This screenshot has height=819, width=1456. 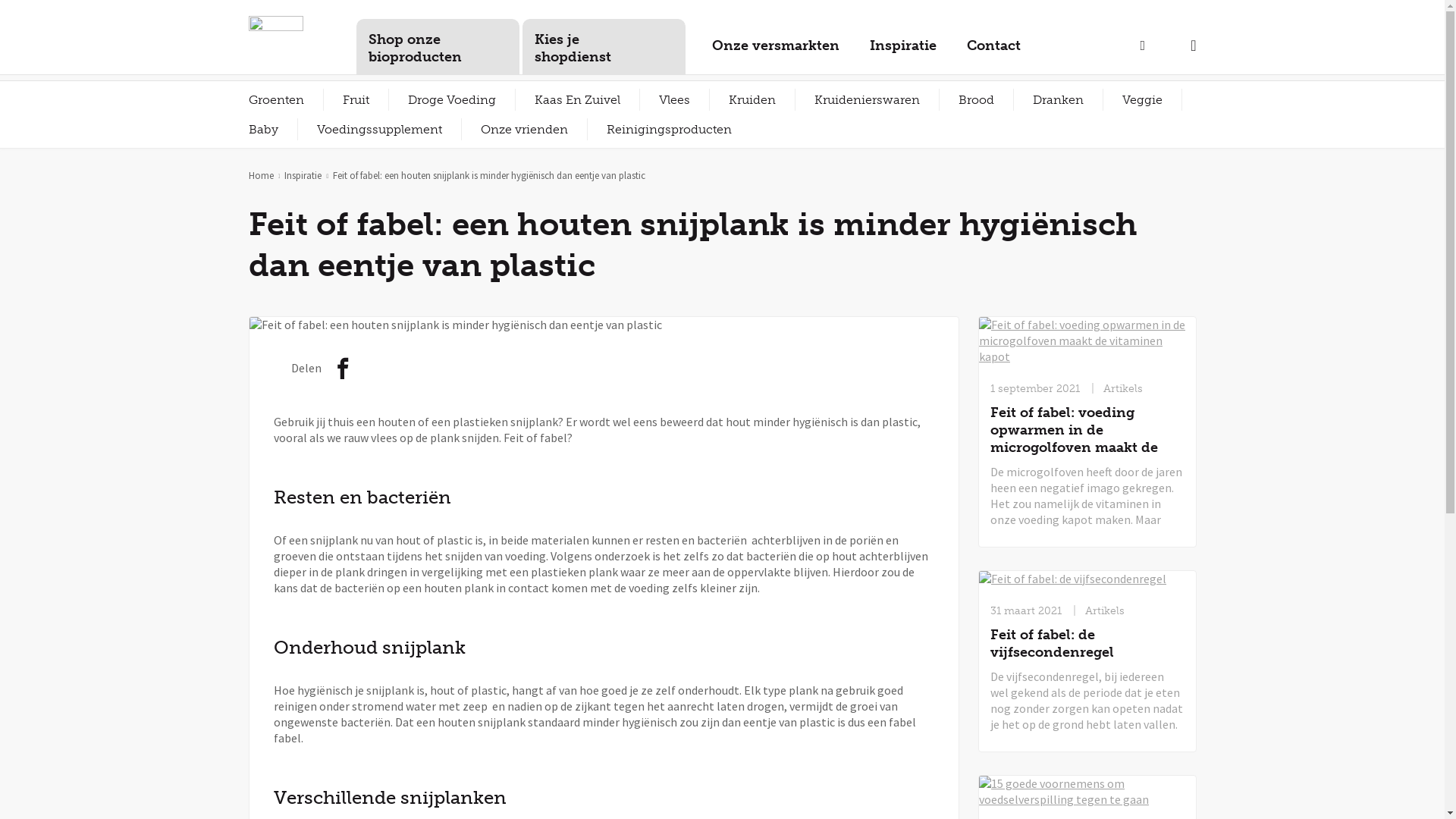 I want to click on 'Droge Voeding', so click(x=450, y=99).